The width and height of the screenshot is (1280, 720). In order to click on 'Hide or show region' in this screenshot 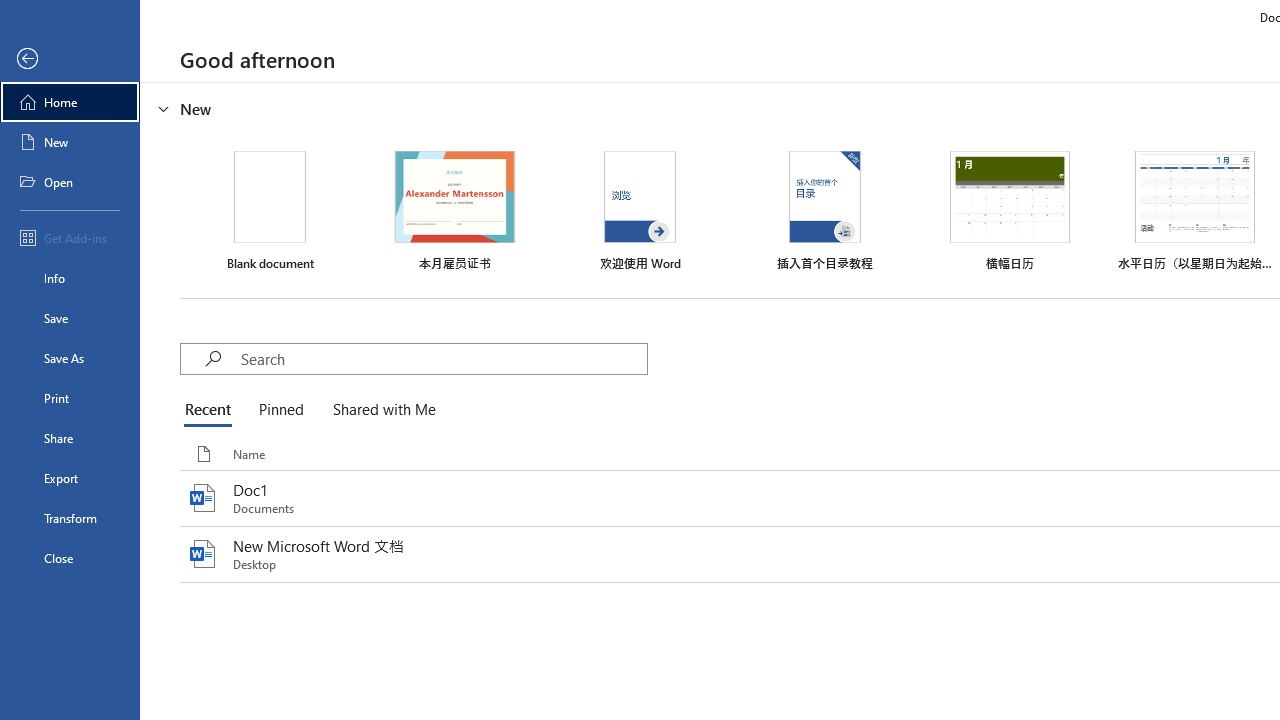, I will do `click(164, 109)`.